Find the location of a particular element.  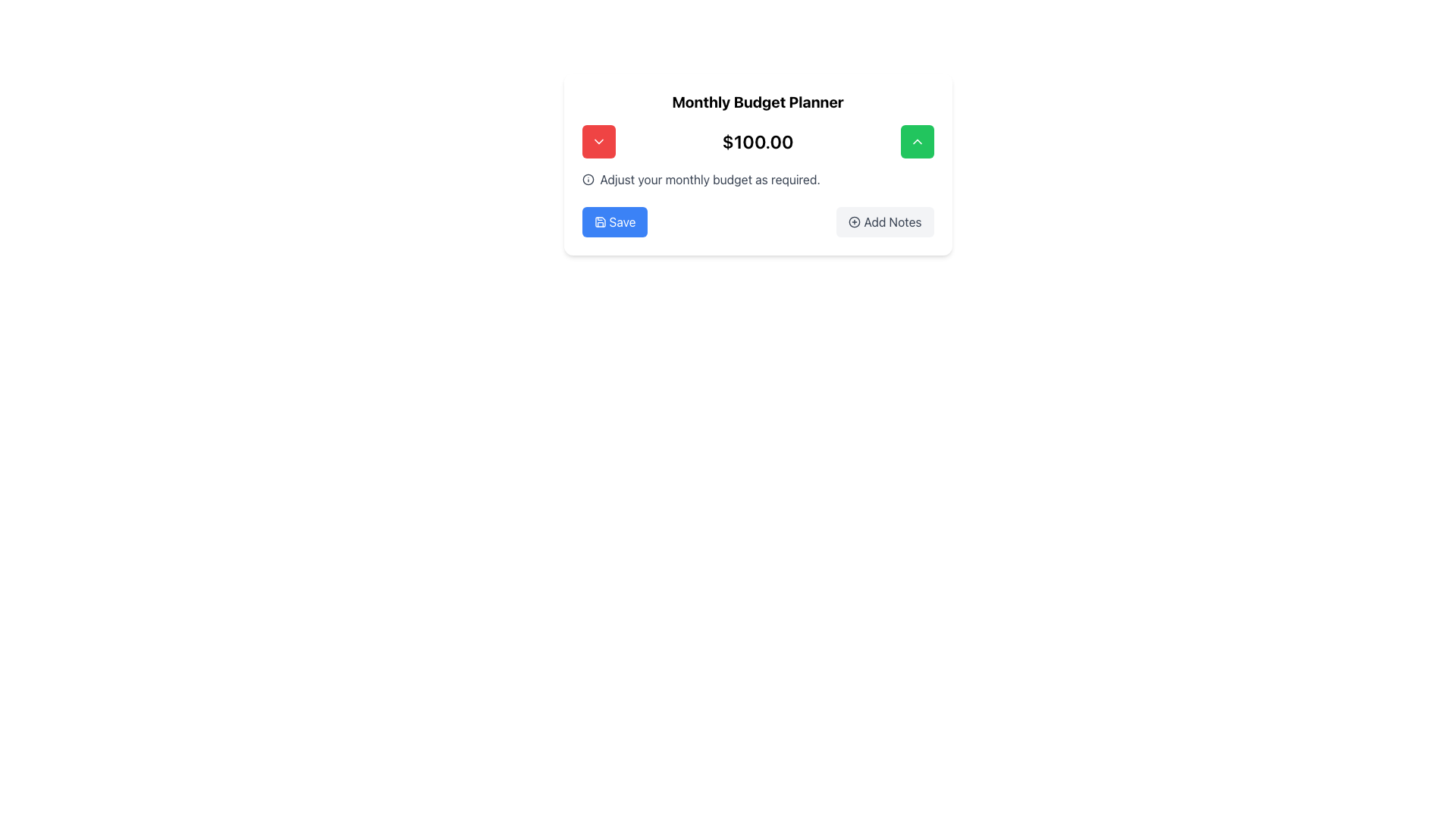

the Save icon located on the left side of the blue button labeled 'Save' to initiate the save operation is located at coordinates (599, 222).